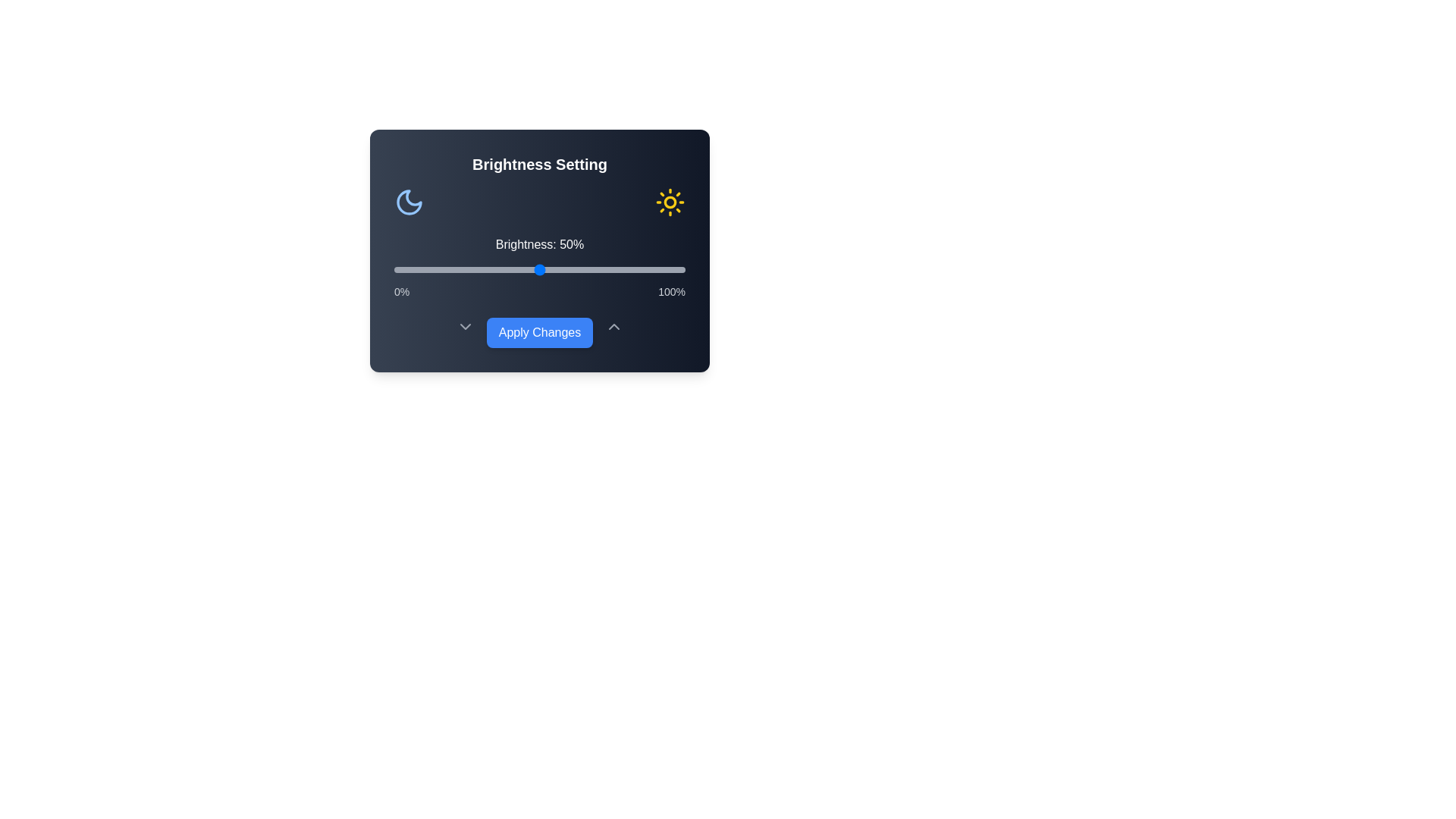 The width and height of the screenshot is (1456, 819). I want to click on the 'Brightness Setting' text to highlight it, so click(539, 164).